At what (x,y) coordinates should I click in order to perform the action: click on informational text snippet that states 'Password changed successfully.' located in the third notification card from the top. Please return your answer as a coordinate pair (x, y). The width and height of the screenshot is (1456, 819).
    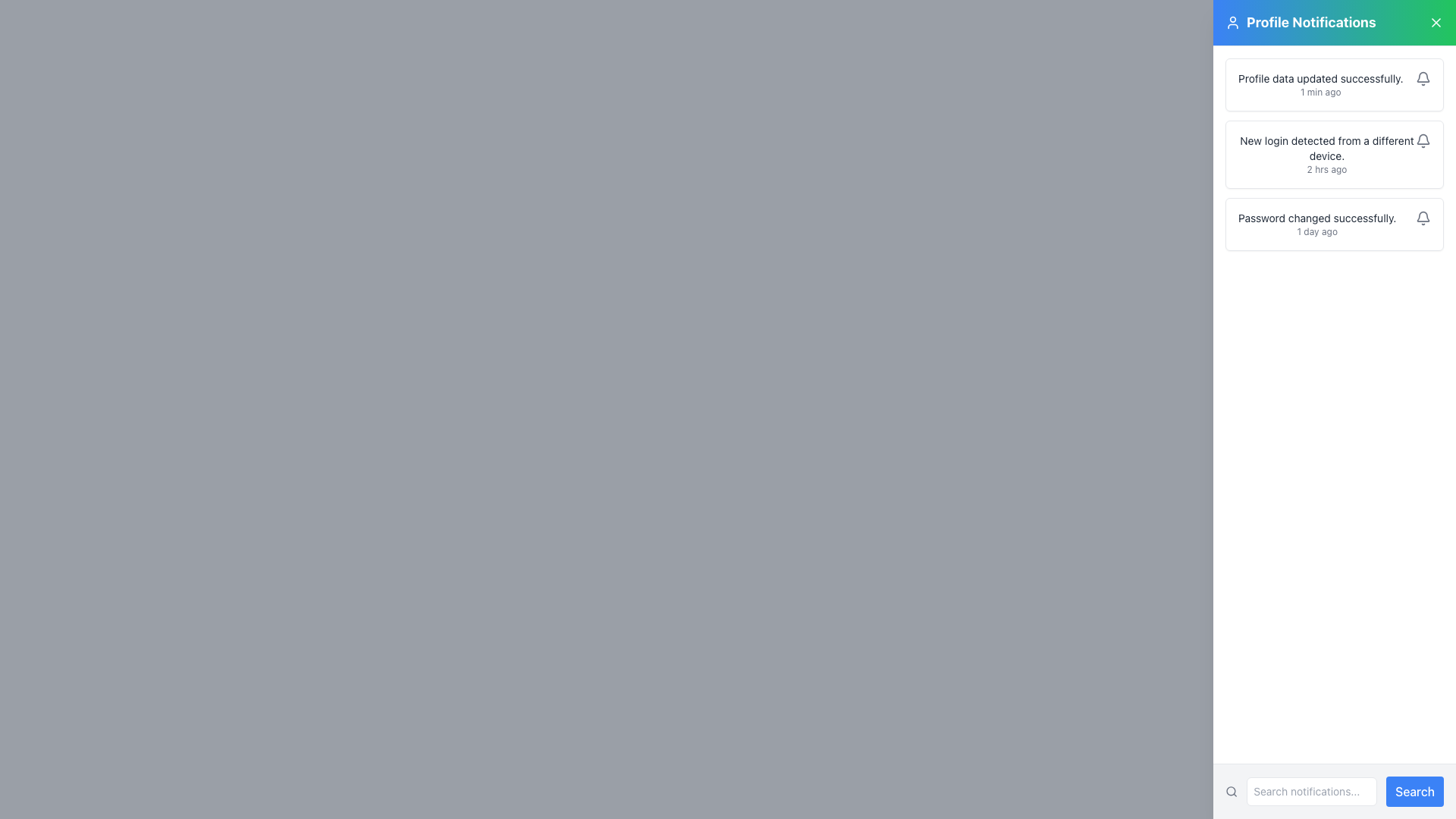
    Looking at the image, I should click on (1316, 218).